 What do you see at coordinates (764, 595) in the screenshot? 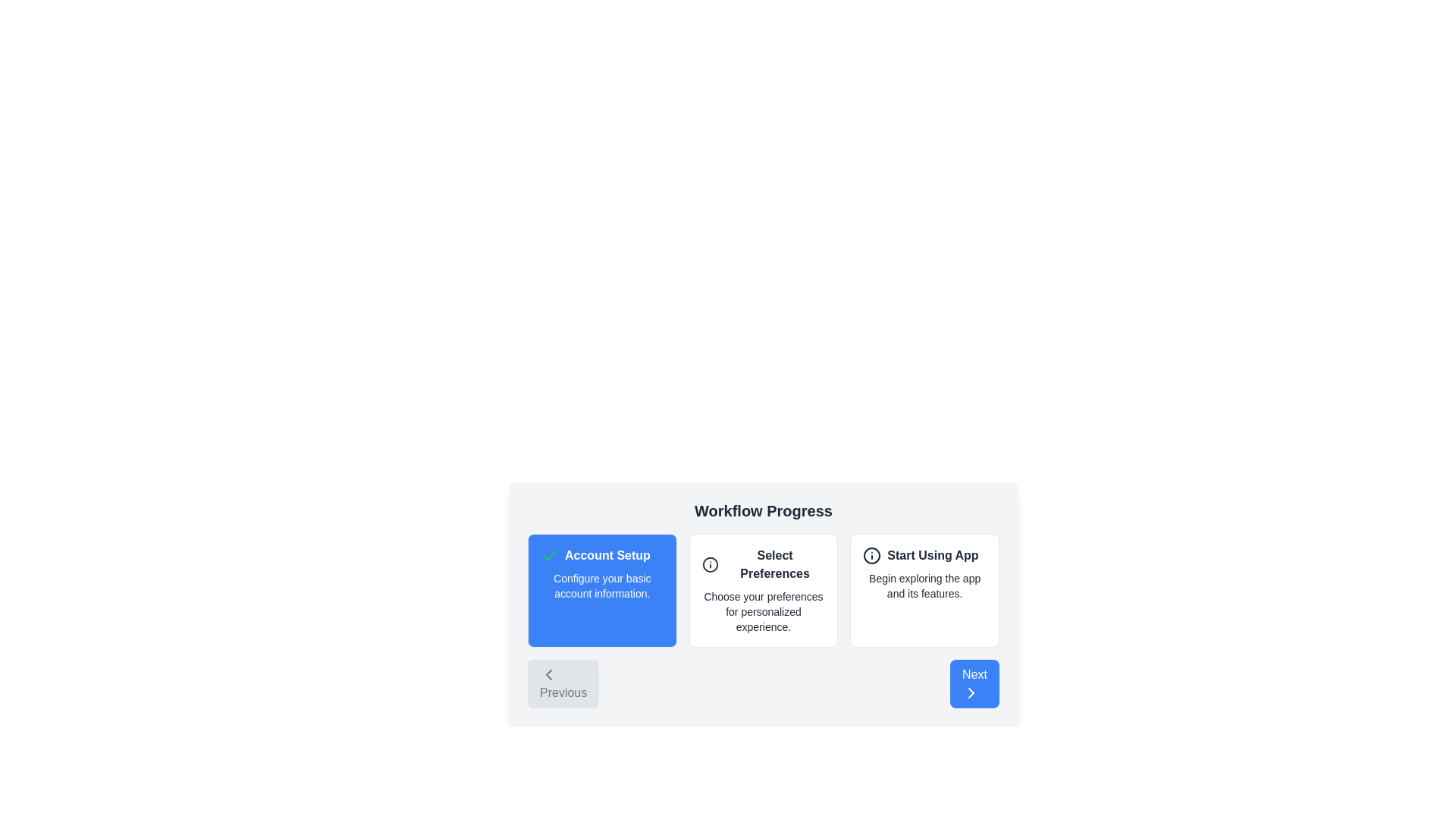
I see `the Workflow Progress component that displays the steps 'Account Setup', 'Select Preferences', 'Start Using App' and their statuses` at bounding box center [764, 595].